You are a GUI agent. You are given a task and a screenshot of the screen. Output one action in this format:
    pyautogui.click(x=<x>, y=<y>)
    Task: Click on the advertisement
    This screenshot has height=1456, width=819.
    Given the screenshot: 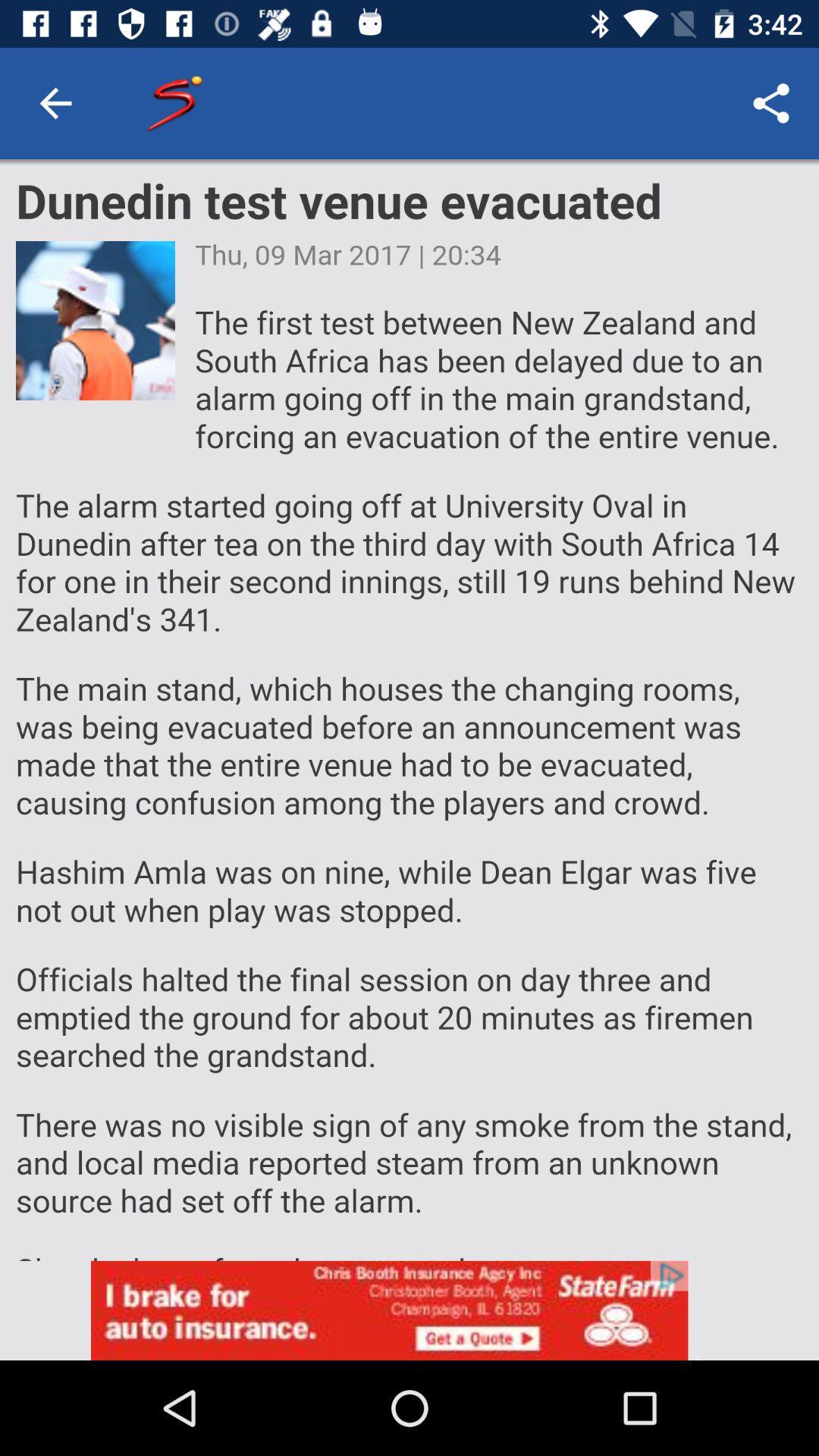 What is the action you would take?
    pyautogui.click(x=409, y=1310)
    